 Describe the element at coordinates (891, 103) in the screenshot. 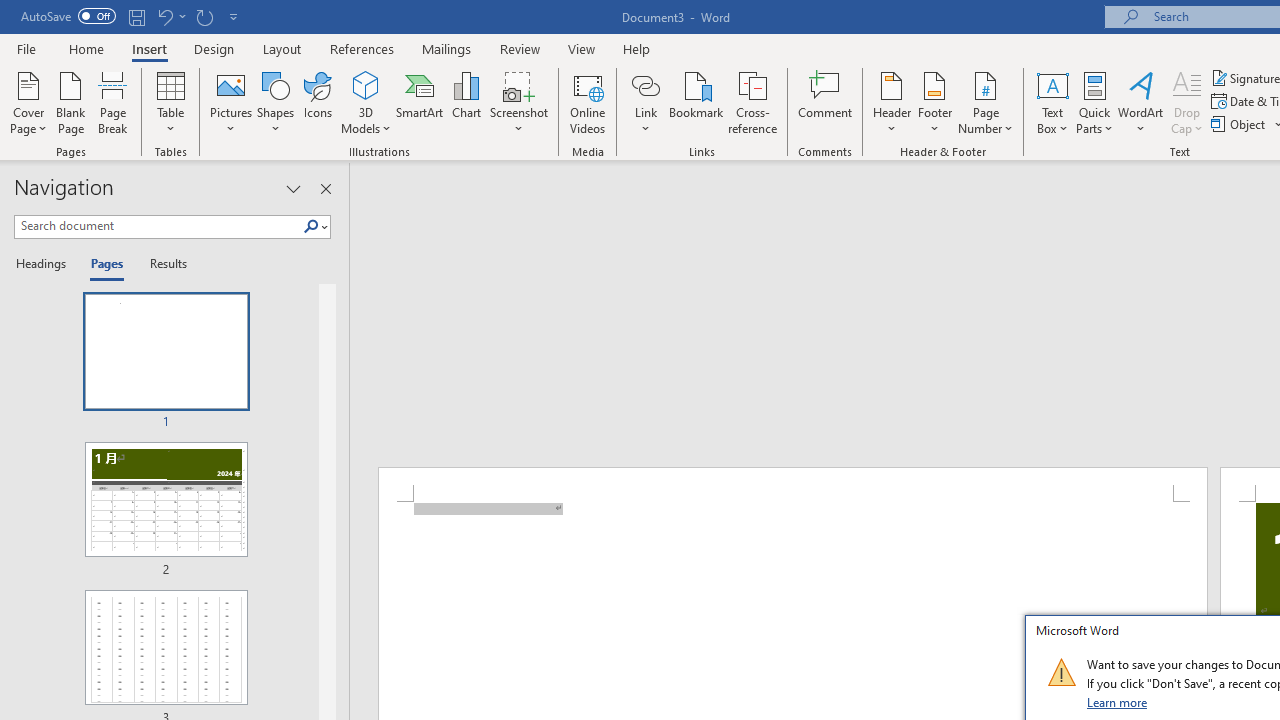

I see `'Header'` at that location.